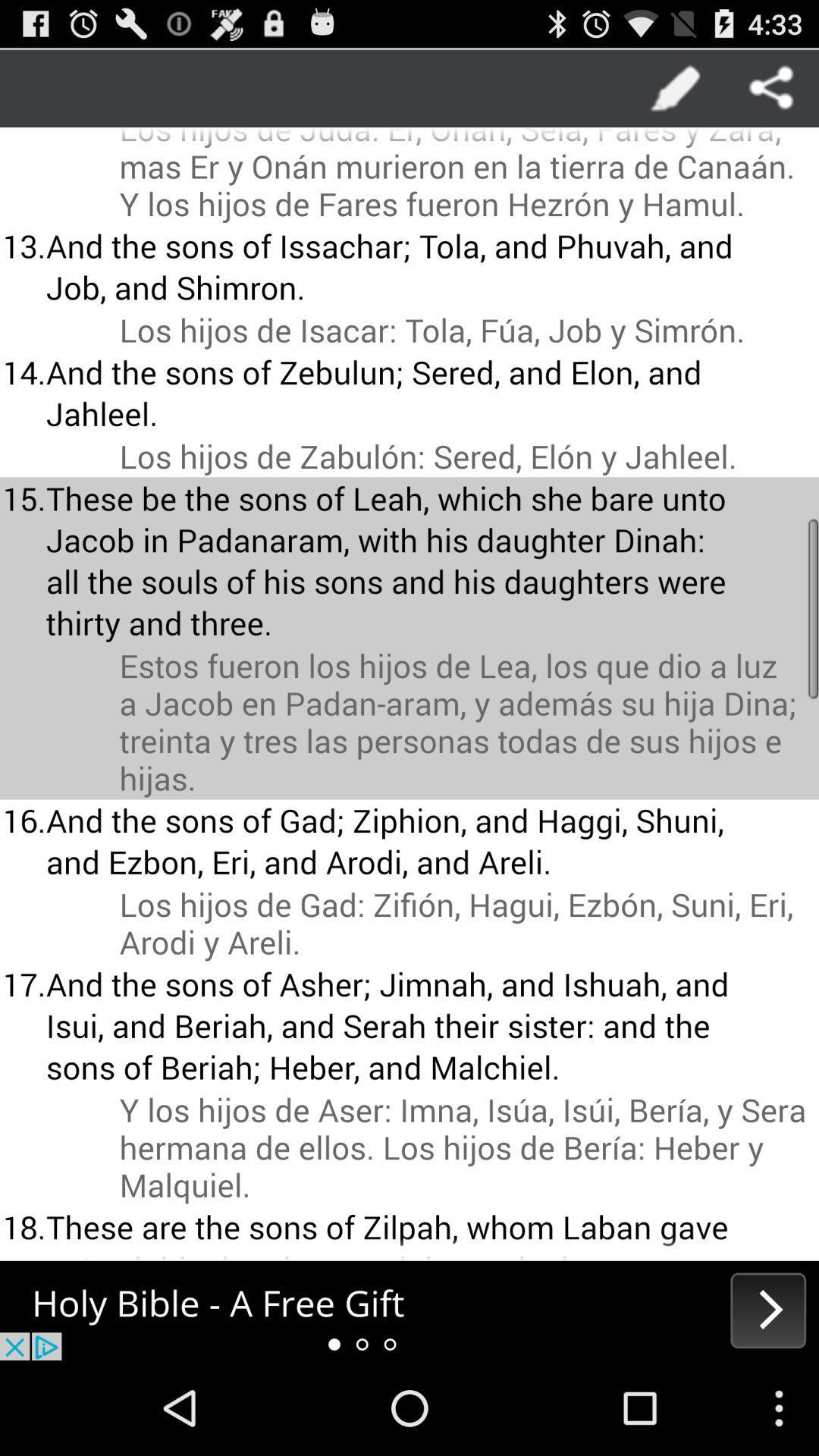 Image resolution: width=819 pixels, height=1456 pixels. What do you see at coordinates (409, 1310) in the screenshot?
I see `beginning of article` at bounding box center [409, 1310].